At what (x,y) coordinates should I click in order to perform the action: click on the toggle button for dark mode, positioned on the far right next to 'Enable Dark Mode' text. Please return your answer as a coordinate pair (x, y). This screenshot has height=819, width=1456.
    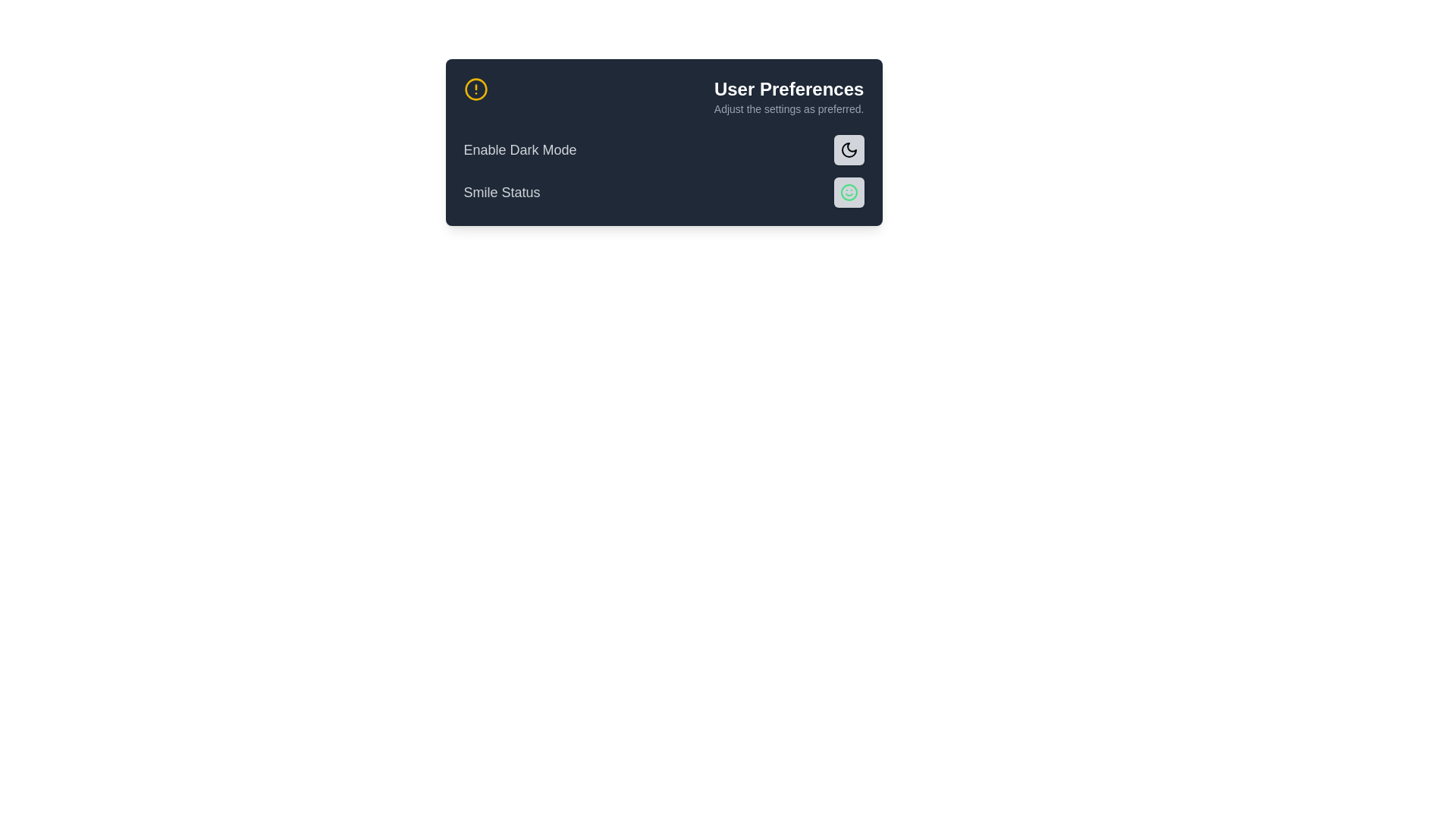
    Looking at the image, I should click on (848, 149).